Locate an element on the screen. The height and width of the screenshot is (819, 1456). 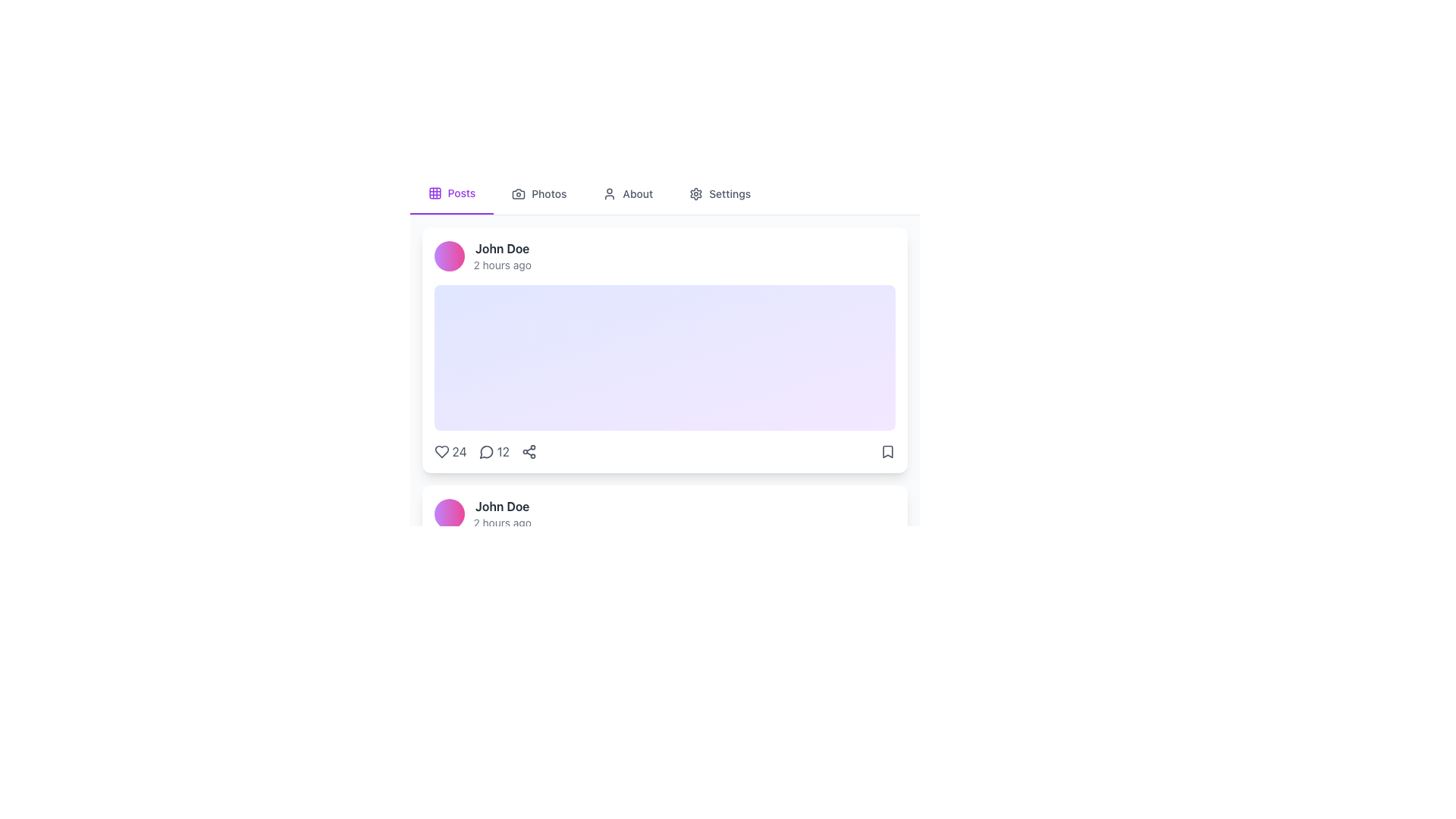
the first navigation tab in the navigation bar is located at coordinates (450, 193).